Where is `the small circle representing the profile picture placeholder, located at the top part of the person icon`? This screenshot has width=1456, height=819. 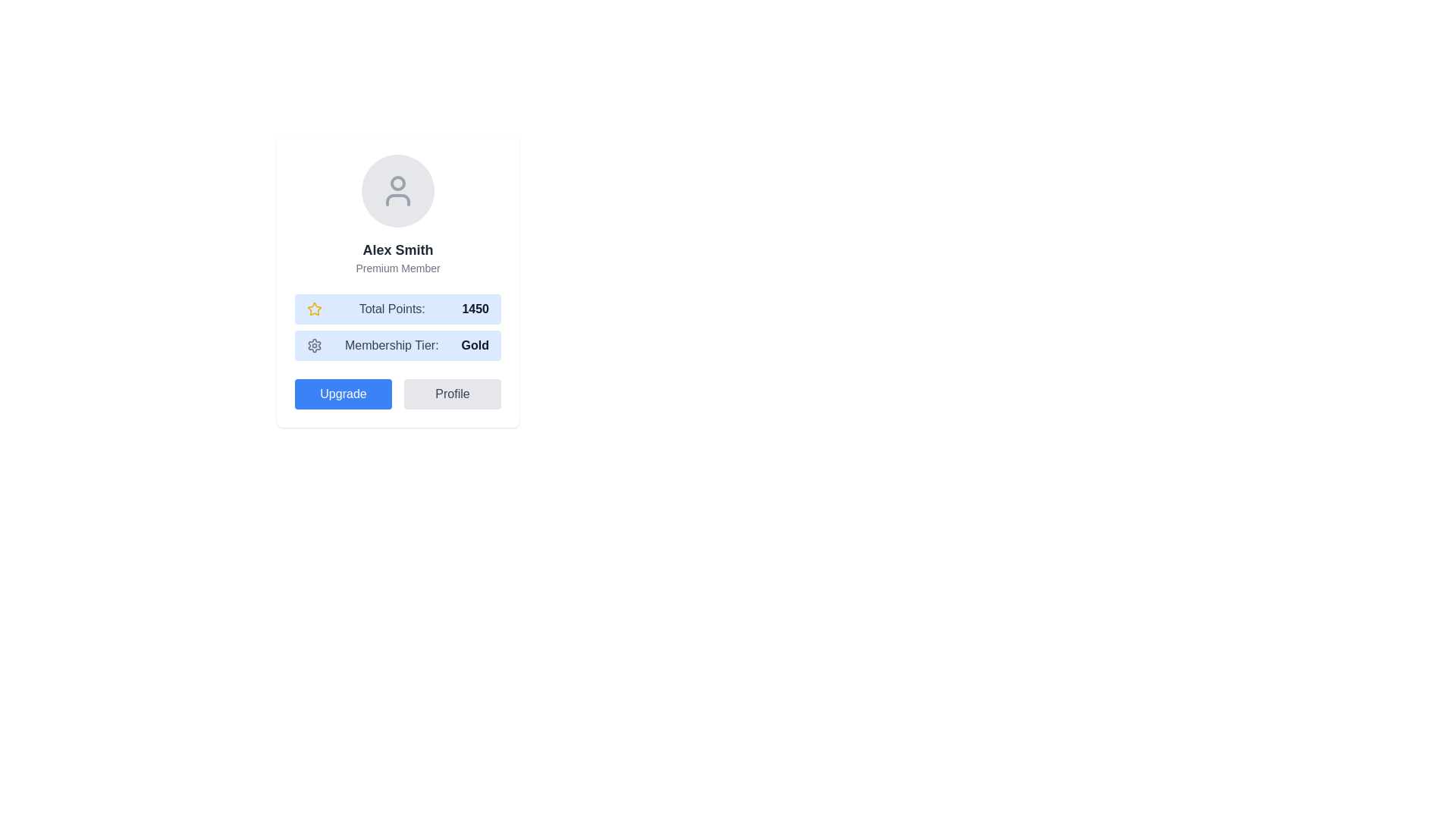
the small circle representing the profile picture placeholder, located at the top part of the person icon is located at coordinates (397, 183).